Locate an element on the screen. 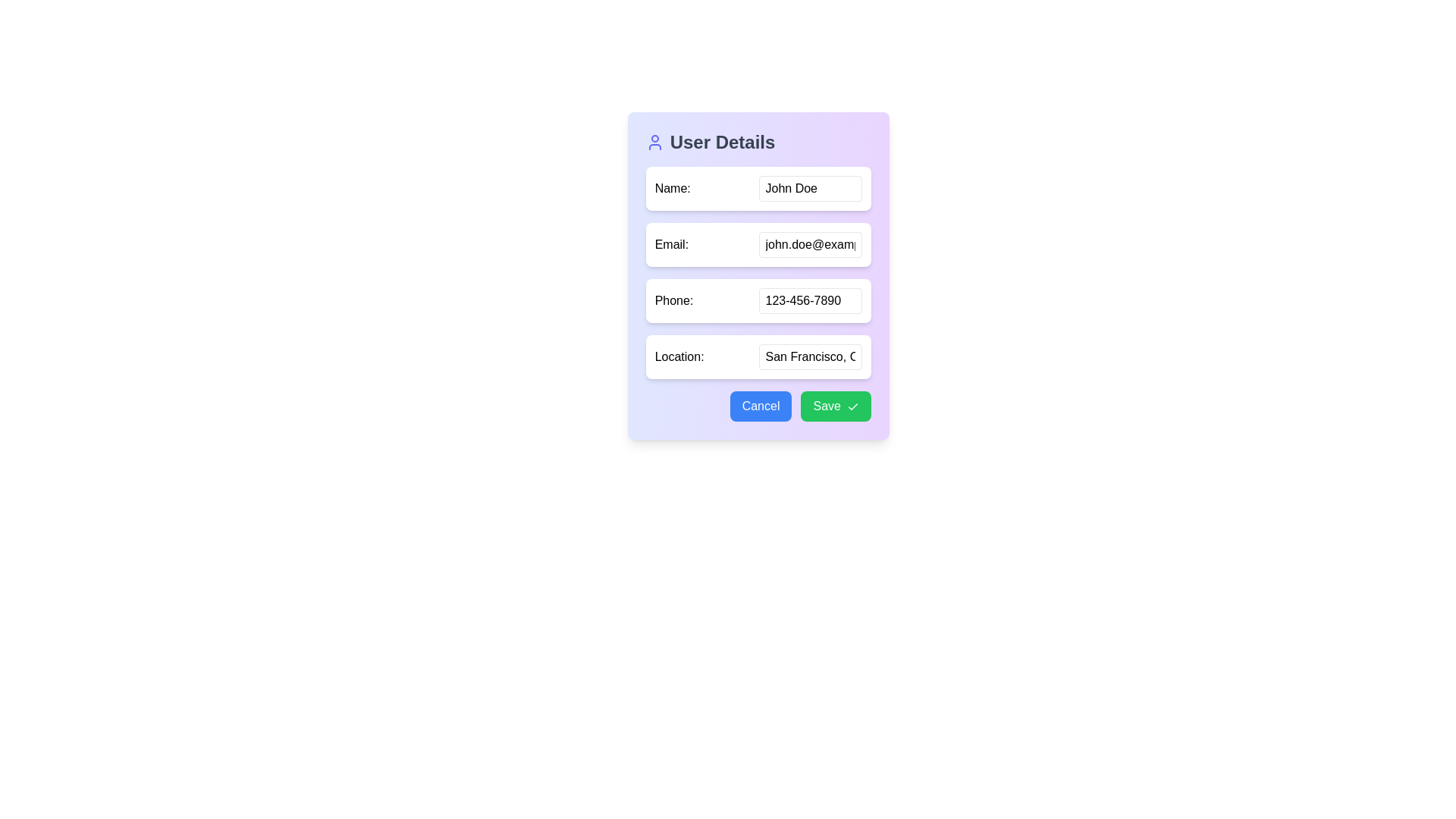 The image size is (1456, 819). the label element for the phone number input field, which provides context for the expected data type in the user details card interface is located at coordinates (673, 301).